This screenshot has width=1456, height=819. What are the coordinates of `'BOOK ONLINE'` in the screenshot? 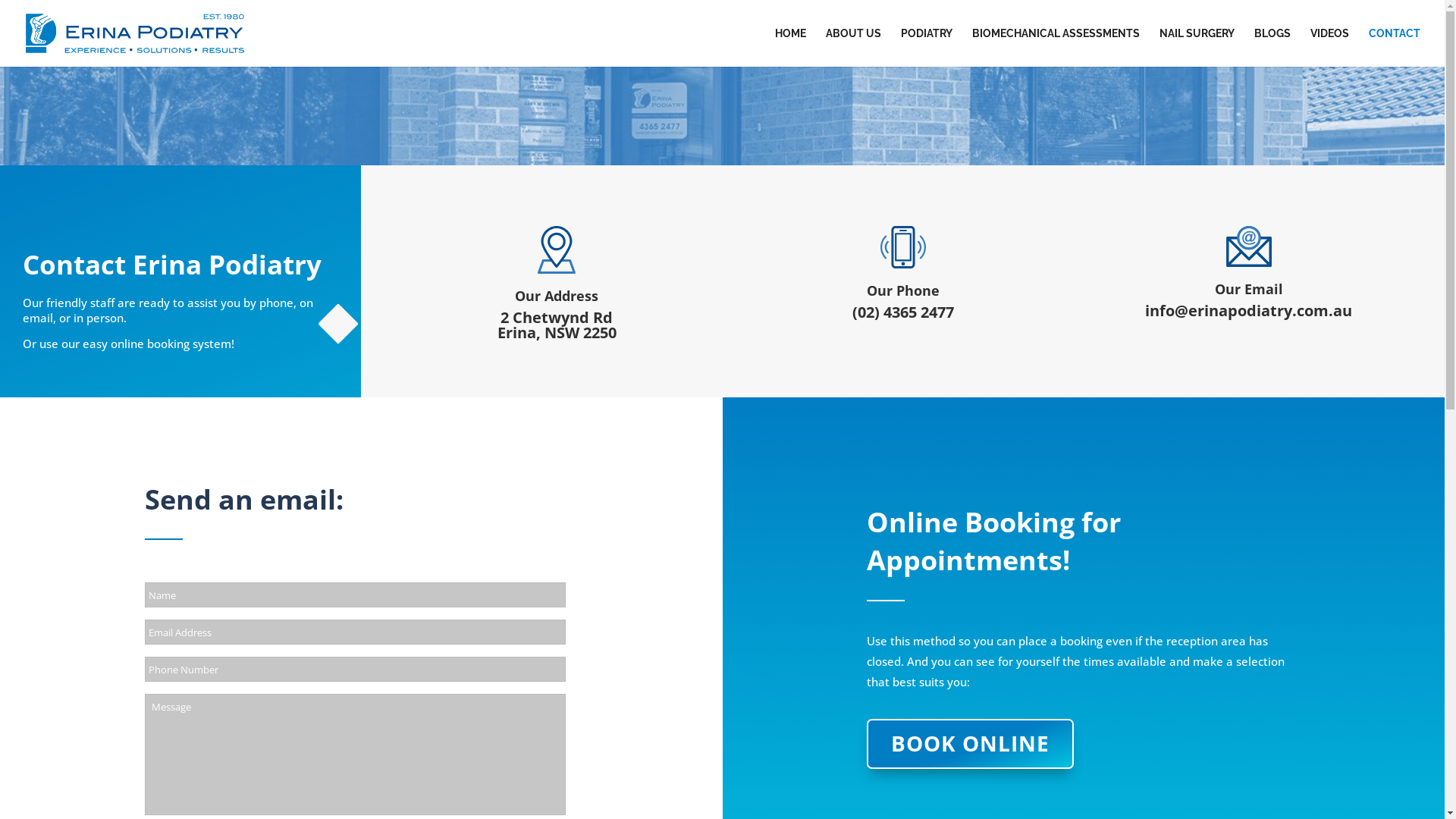 It's located at (969, 742).